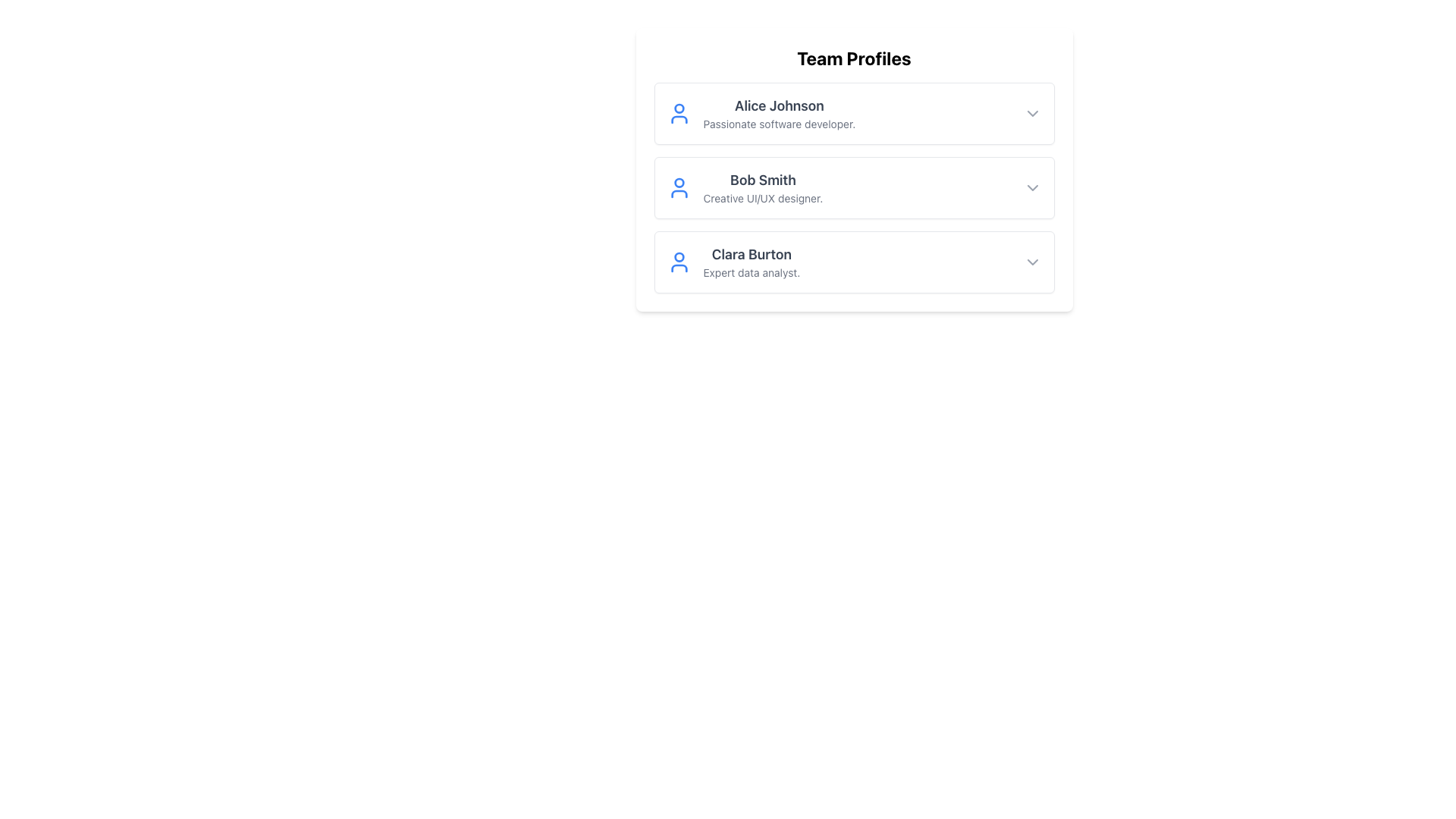  I want to click on text content of the first user profile card in the 'Team Profiles' section, which includes 'Alice Johnson' and 'Passionate software developer.', so click(779, 113).